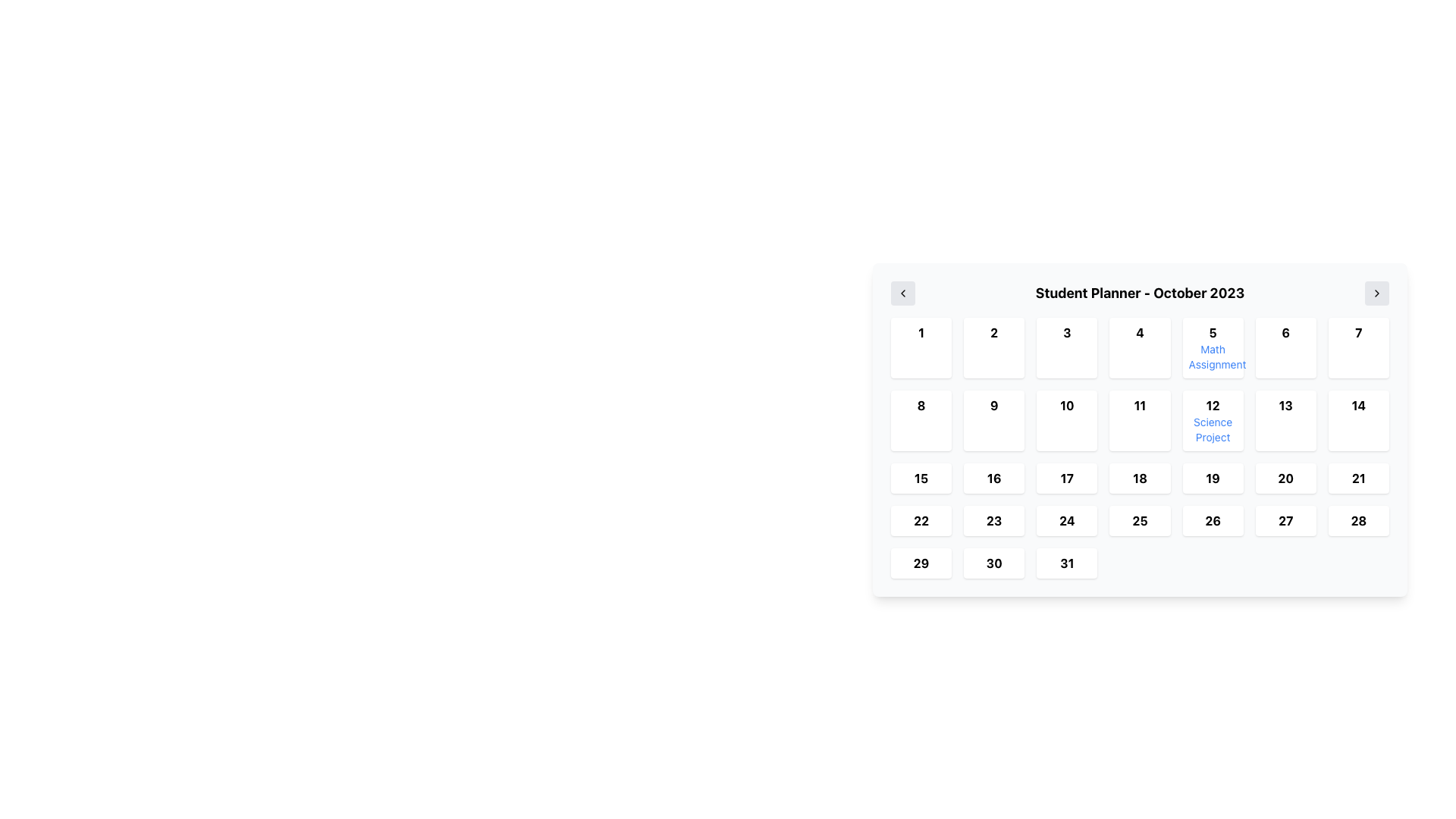  Describe the element at coordinates (1140, 519) in the screenshot. I see `the text display representing a day in the calendar located in the sixth row and fifth column of the October 2023 calendar` at that location.